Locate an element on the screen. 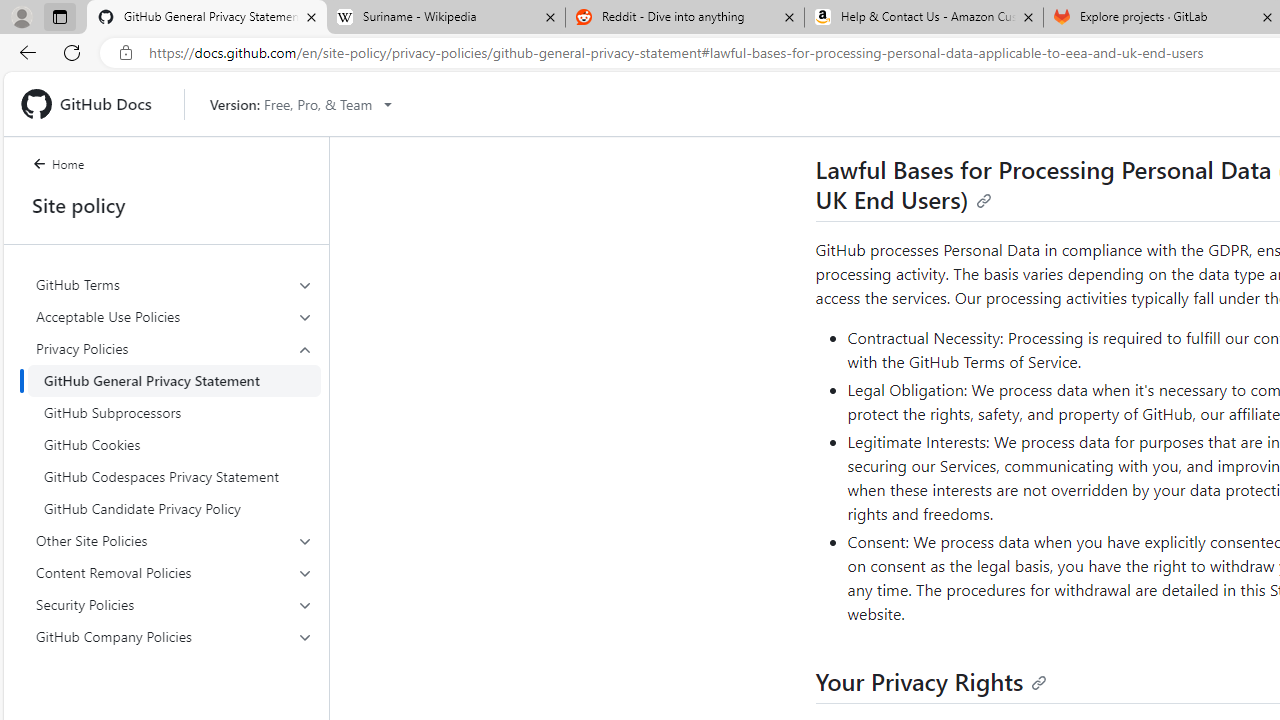 The image size is (1280, 720). 'GitHub Company Policies' is located at coordinates (174, 636).